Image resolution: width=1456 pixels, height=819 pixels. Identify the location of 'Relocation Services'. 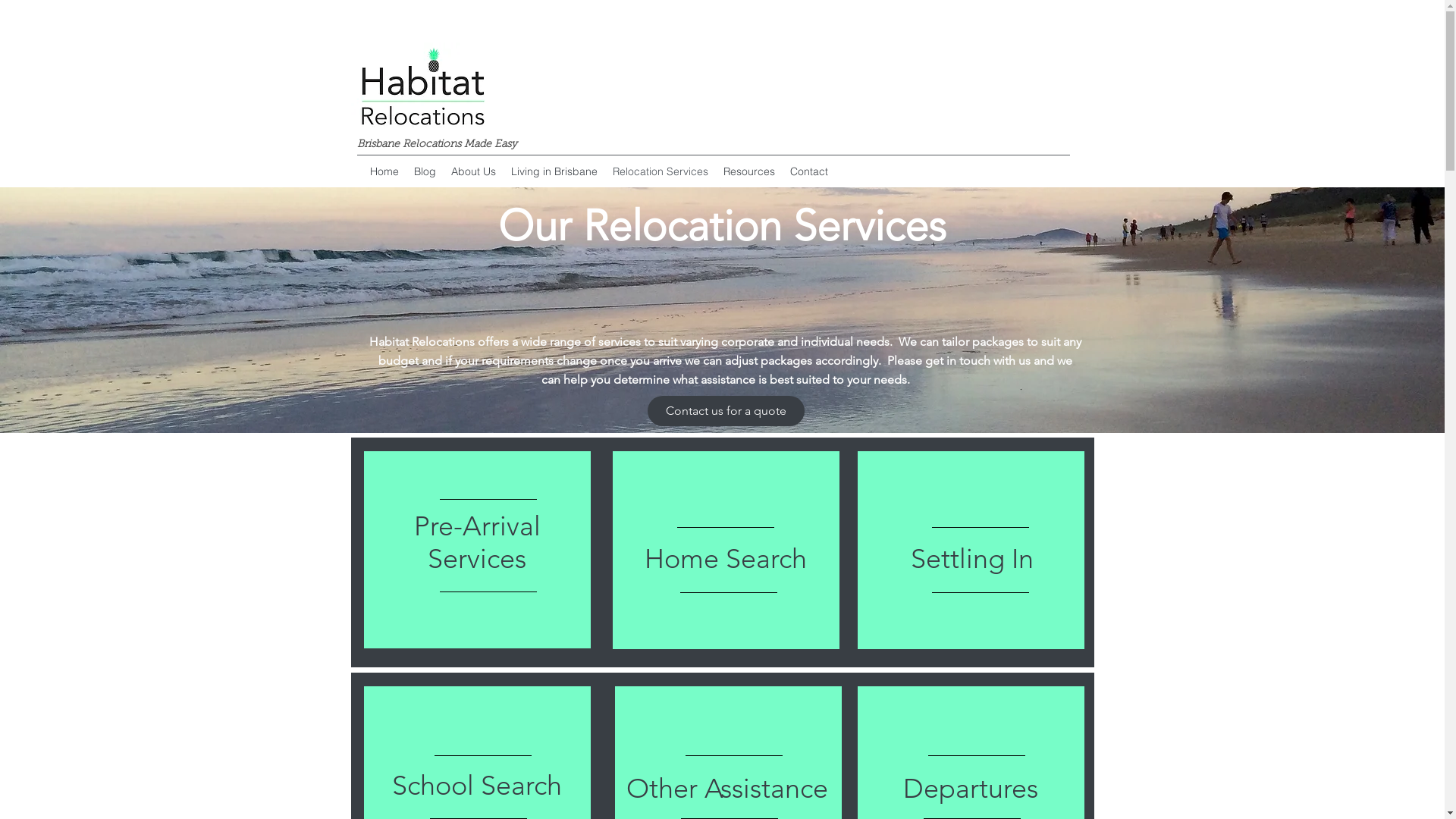
(604, 171).